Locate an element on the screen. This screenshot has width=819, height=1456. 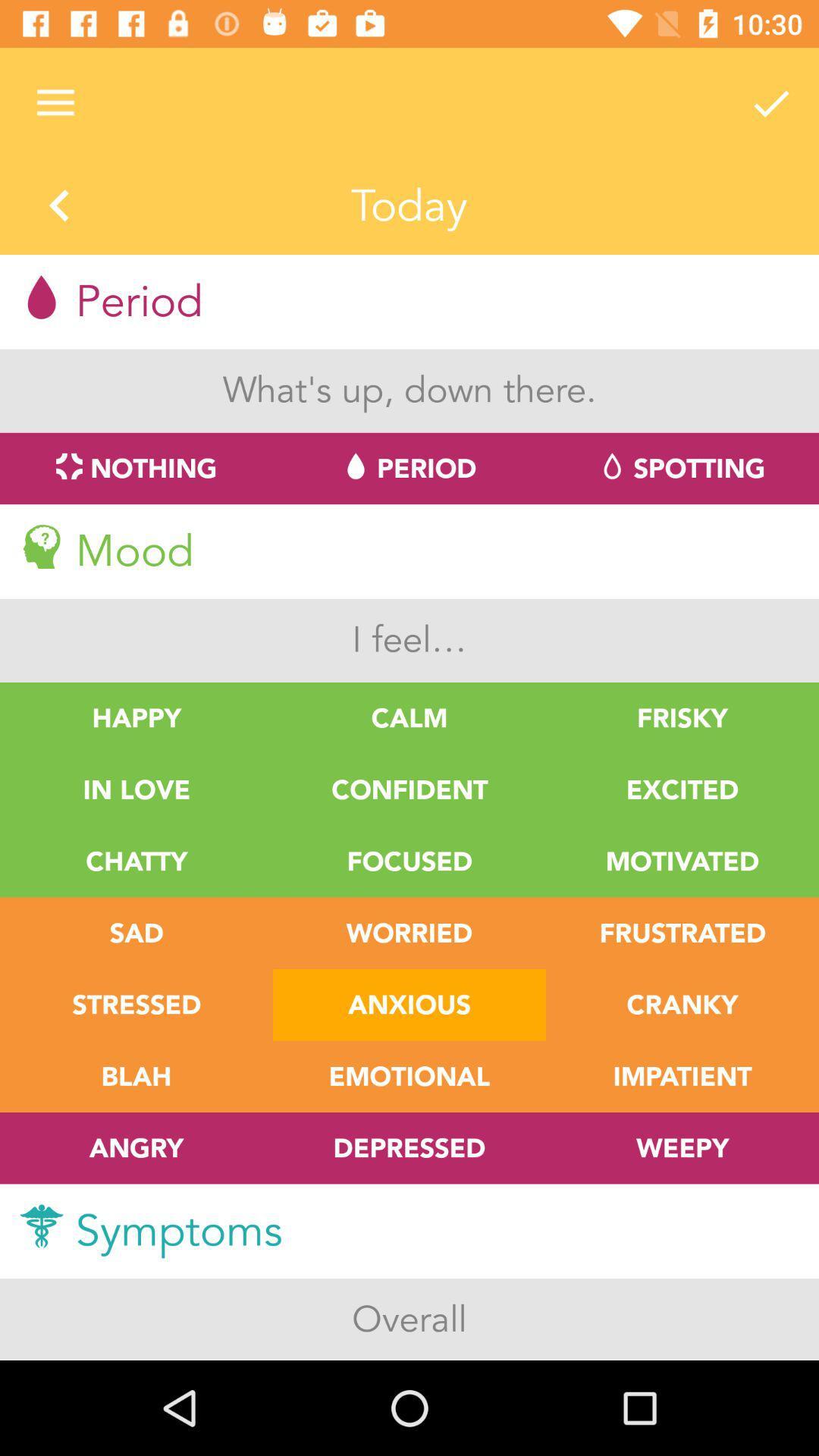
the button below excited is located at coordinates (681, 861).